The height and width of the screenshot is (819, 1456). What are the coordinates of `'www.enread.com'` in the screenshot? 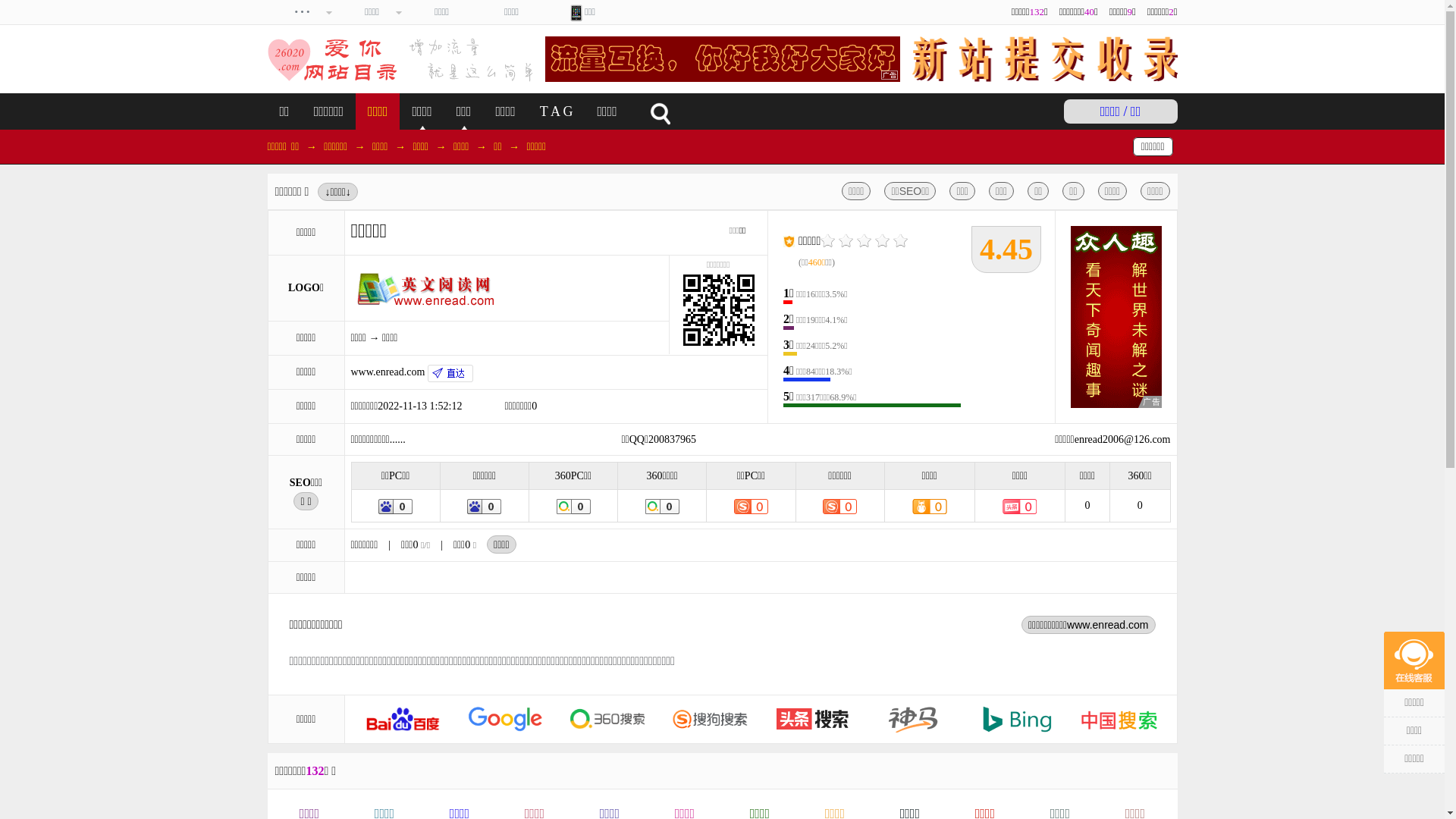 It's located at (411, 372).